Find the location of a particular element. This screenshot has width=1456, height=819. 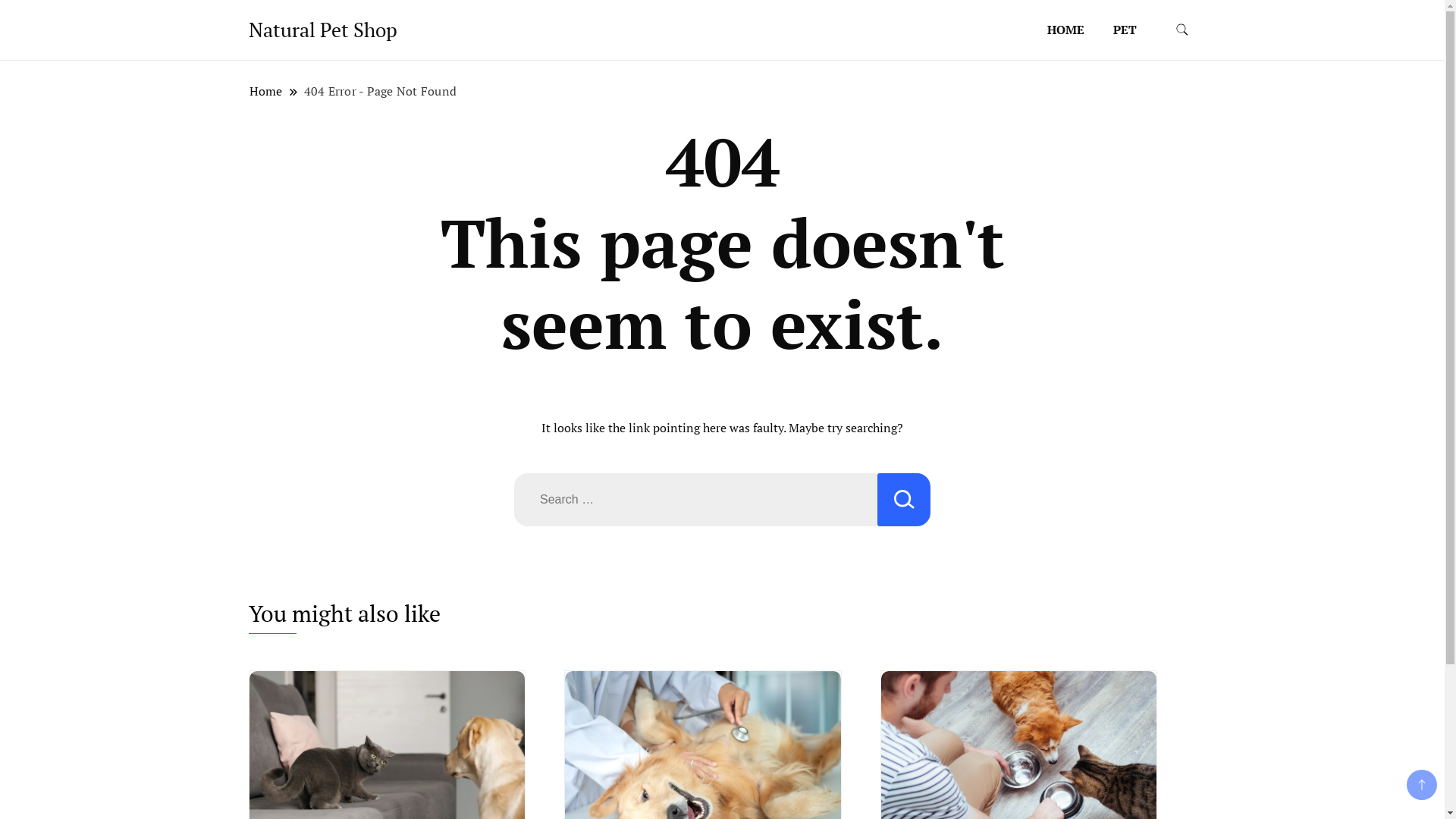

'Search' is located at coordinates (903, 500).